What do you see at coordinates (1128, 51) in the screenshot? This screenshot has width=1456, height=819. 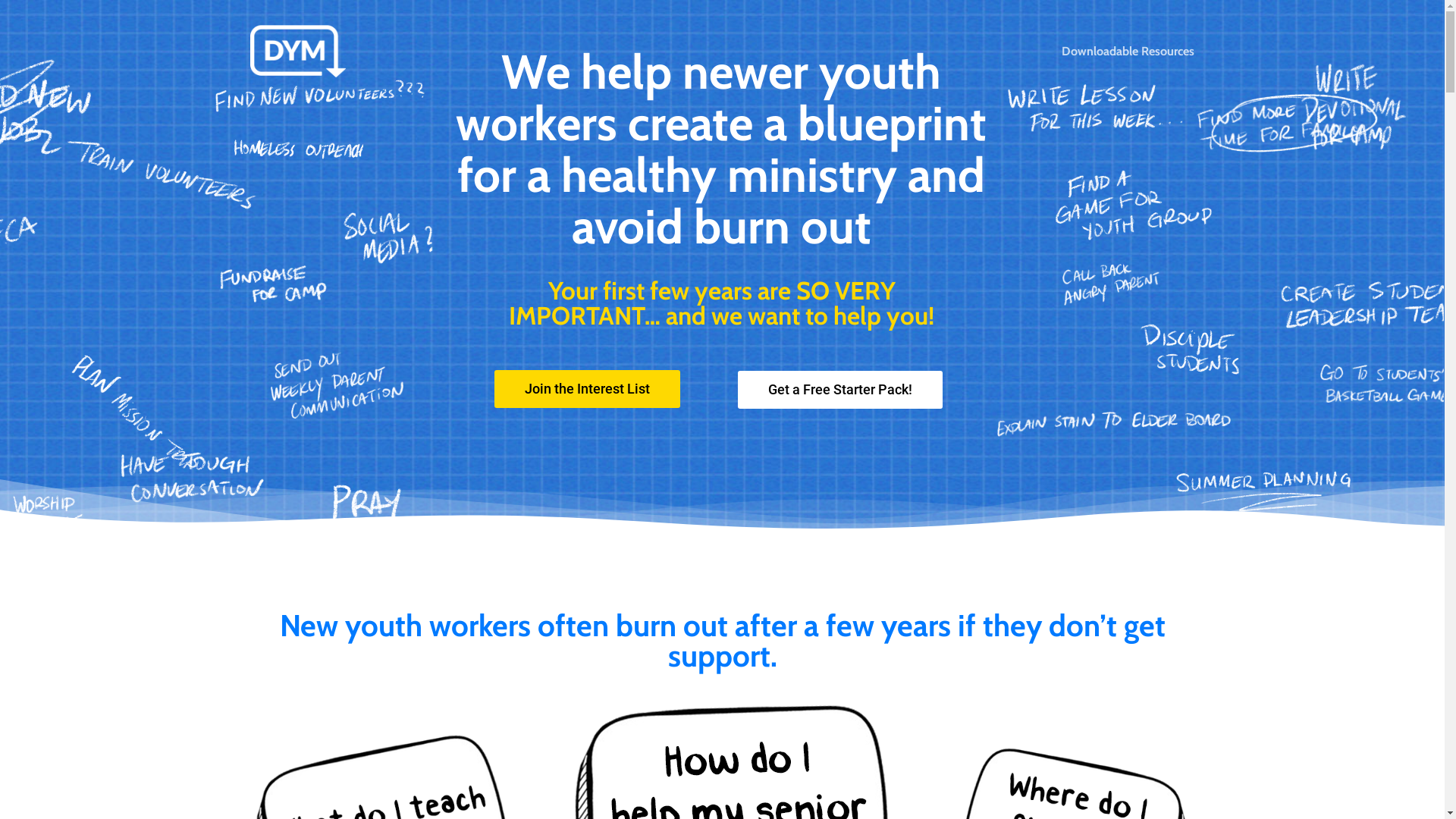 I see `'Downloadable Resources'` at bounding box center [1128, 51].